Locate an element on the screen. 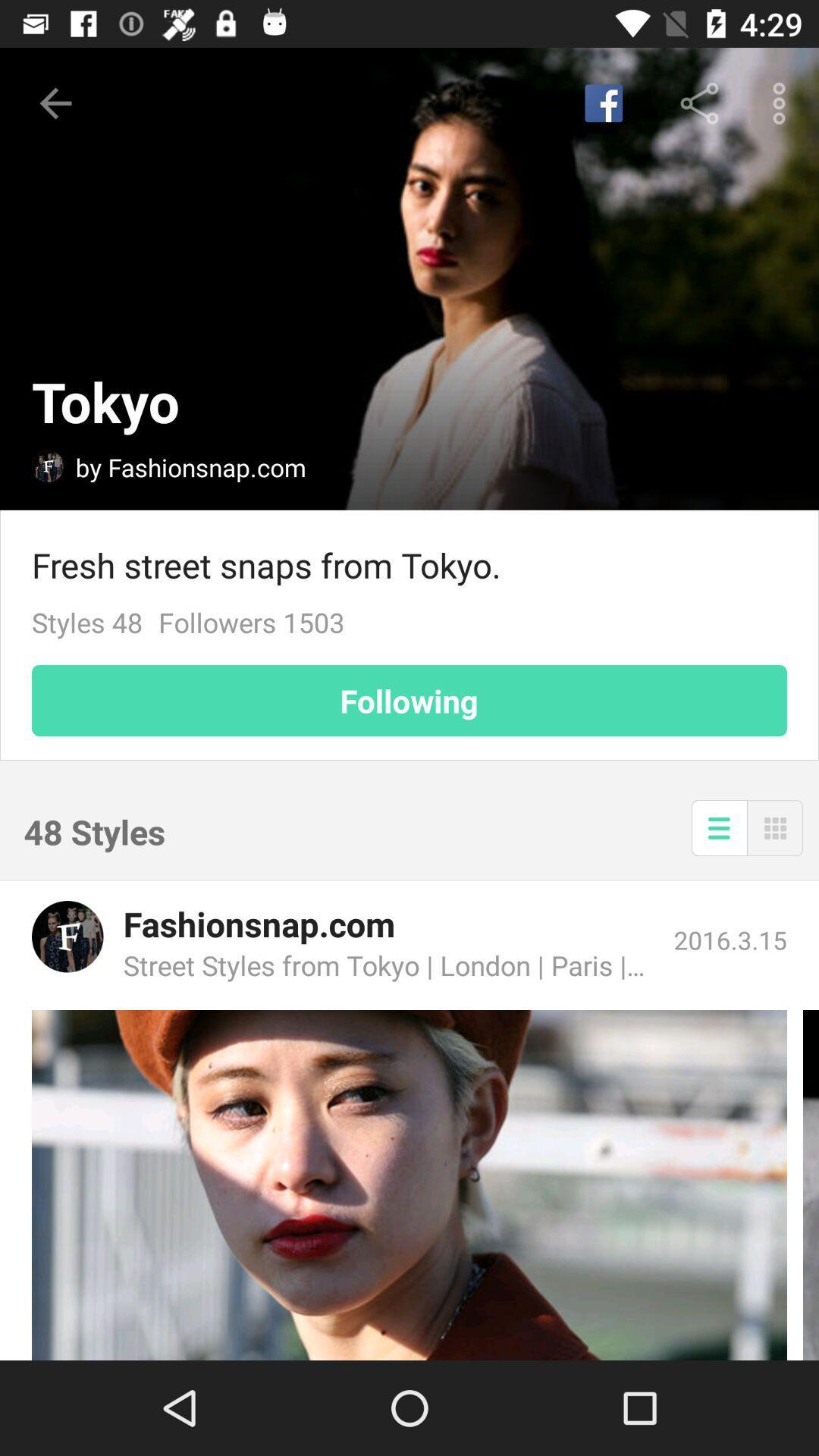 This screenshot has height=1456, width=819. the following is located at coordinates (409, 700).